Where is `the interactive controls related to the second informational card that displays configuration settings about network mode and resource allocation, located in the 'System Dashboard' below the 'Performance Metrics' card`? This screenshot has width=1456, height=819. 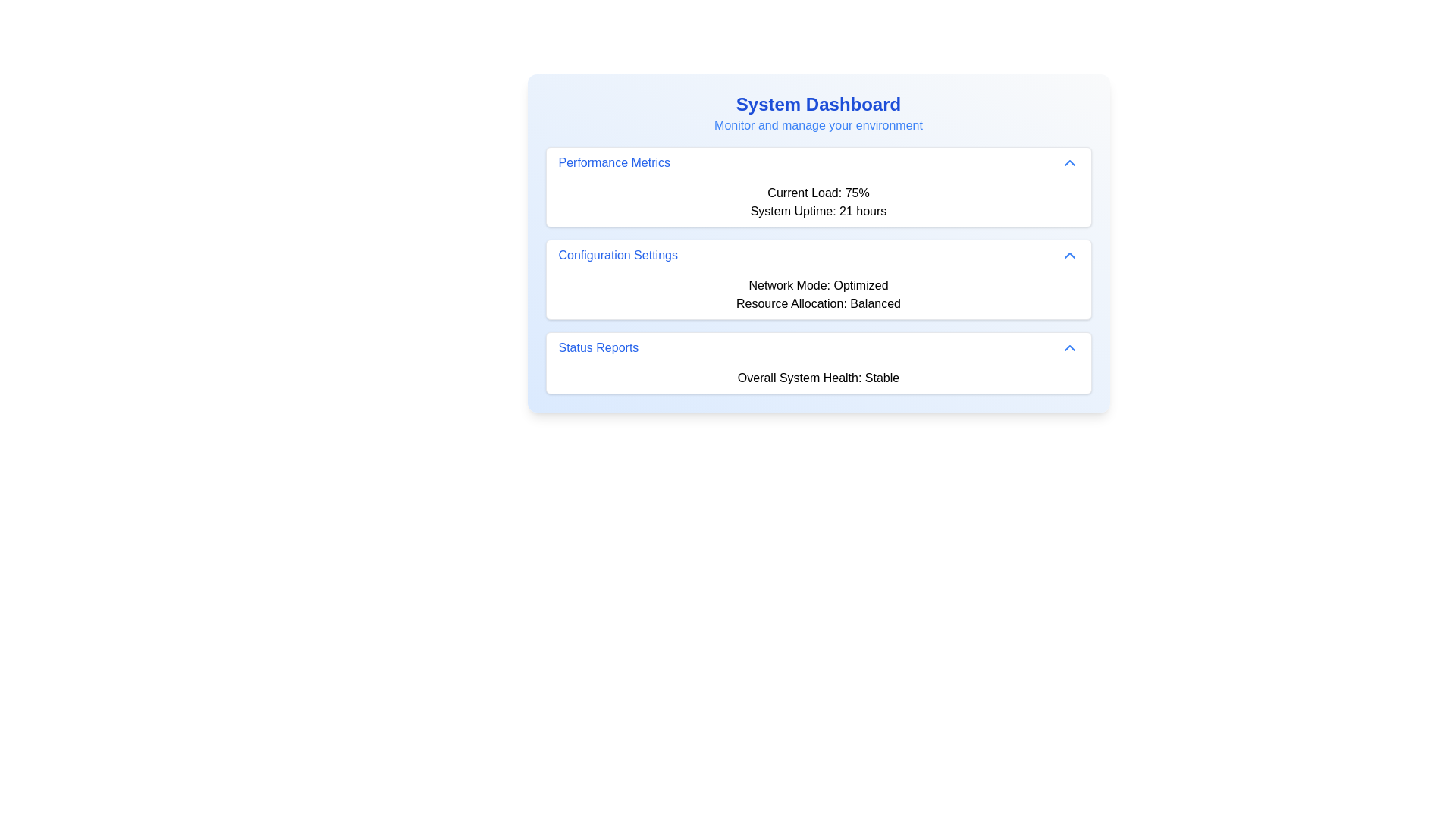
the interactive controls related to the second informational card that displays configuration settings about network mode and resource allocation, located in the 'System Dashboard' below the 'Performance Metrics' card is located at coordinates (817, 270).